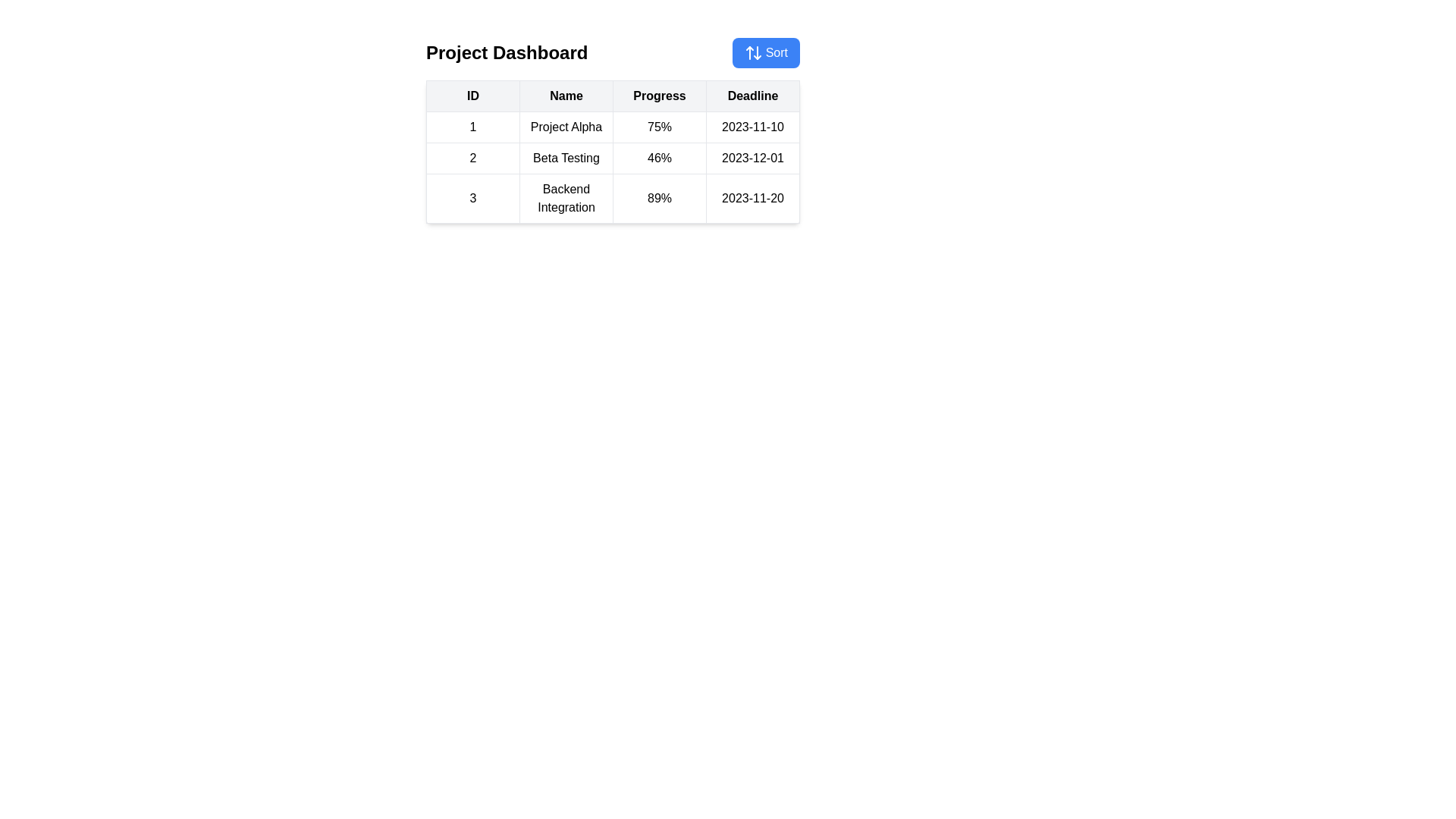 The width and height of the screenshot is (1456, 819). What do you see at coordinates (472, 127) in the screenshot?
I see `text in the table cell located under the 'ID' header, which contains the number '1' and is part of the row for 'Project Alpha'` at bounding box center [472, 127].